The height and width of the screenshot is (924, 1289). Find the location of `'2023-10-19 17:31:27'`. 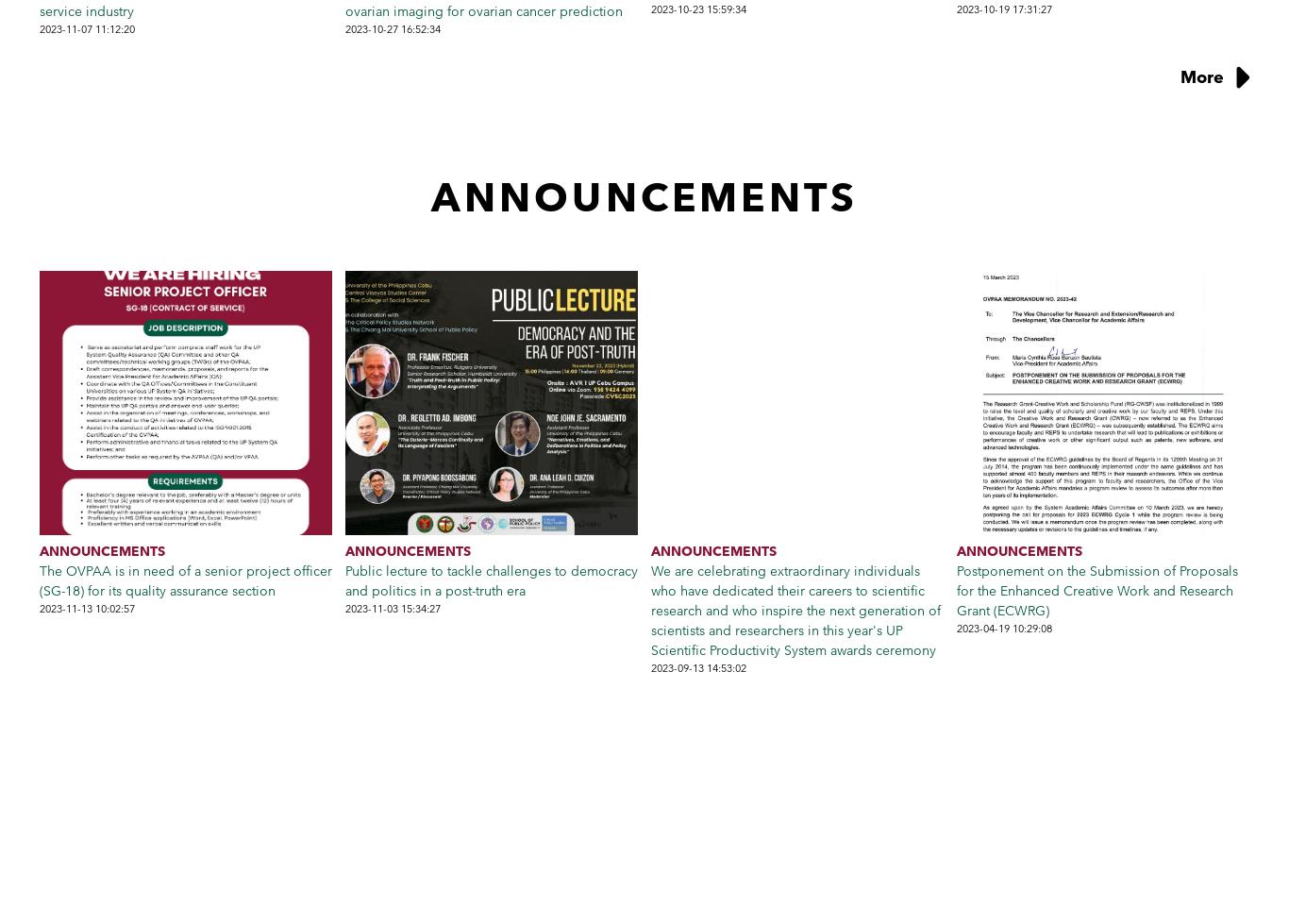

'2023-10-19 17:31:27' is located at coordinates (956, 8).